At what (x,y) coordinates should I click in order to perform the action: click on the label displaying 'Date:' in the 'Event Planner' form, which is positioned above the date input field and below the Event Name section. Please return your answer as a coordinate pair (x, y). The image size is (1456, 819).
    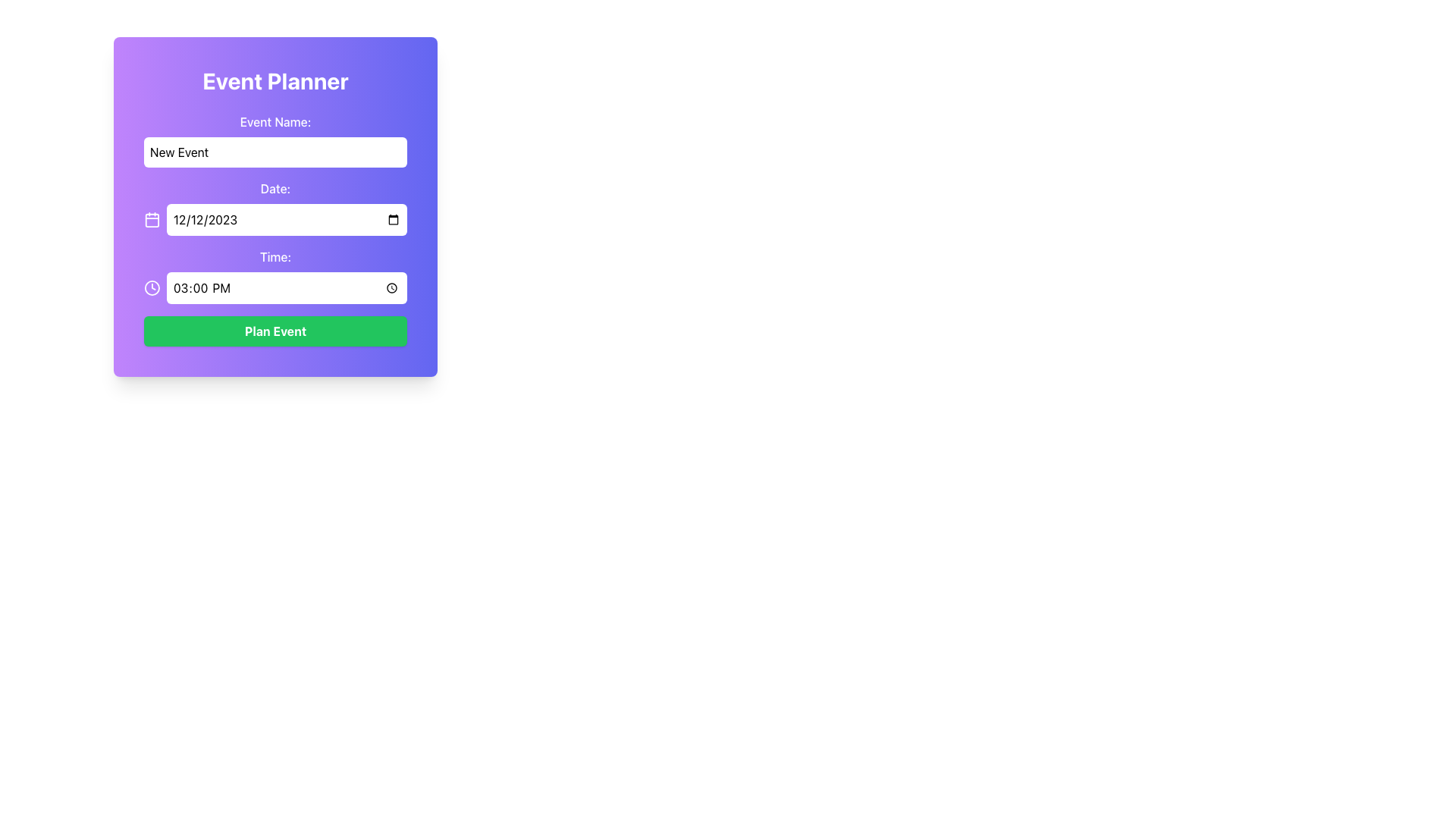
    Looking at the image, I should click on (275, 207).